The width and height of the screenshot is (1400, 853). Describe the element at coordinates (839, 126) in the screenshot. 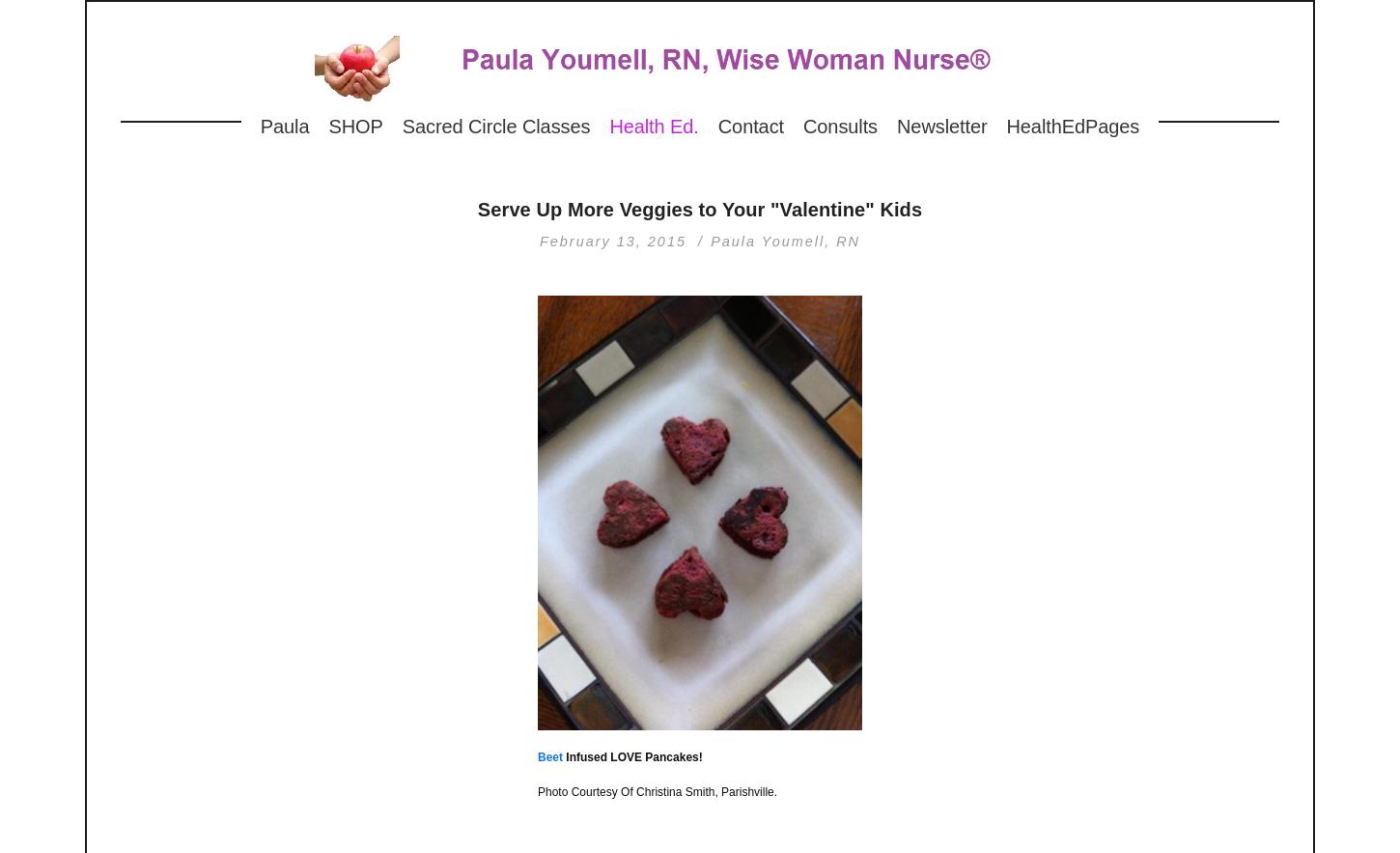

I see `'Consults'` at that location.